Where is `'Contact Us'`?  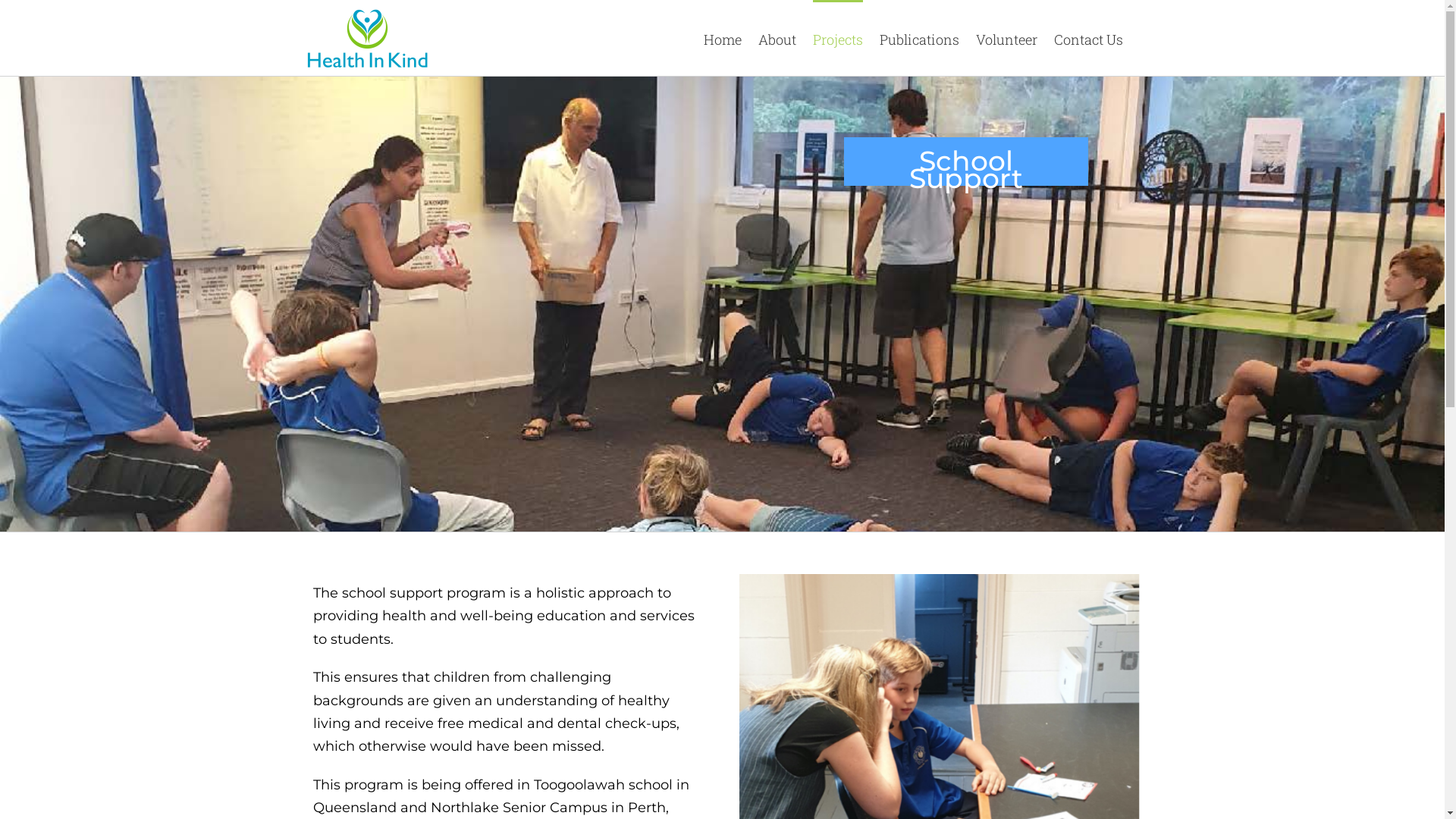
'Contact Us' is located at coordinates (1087, 37).